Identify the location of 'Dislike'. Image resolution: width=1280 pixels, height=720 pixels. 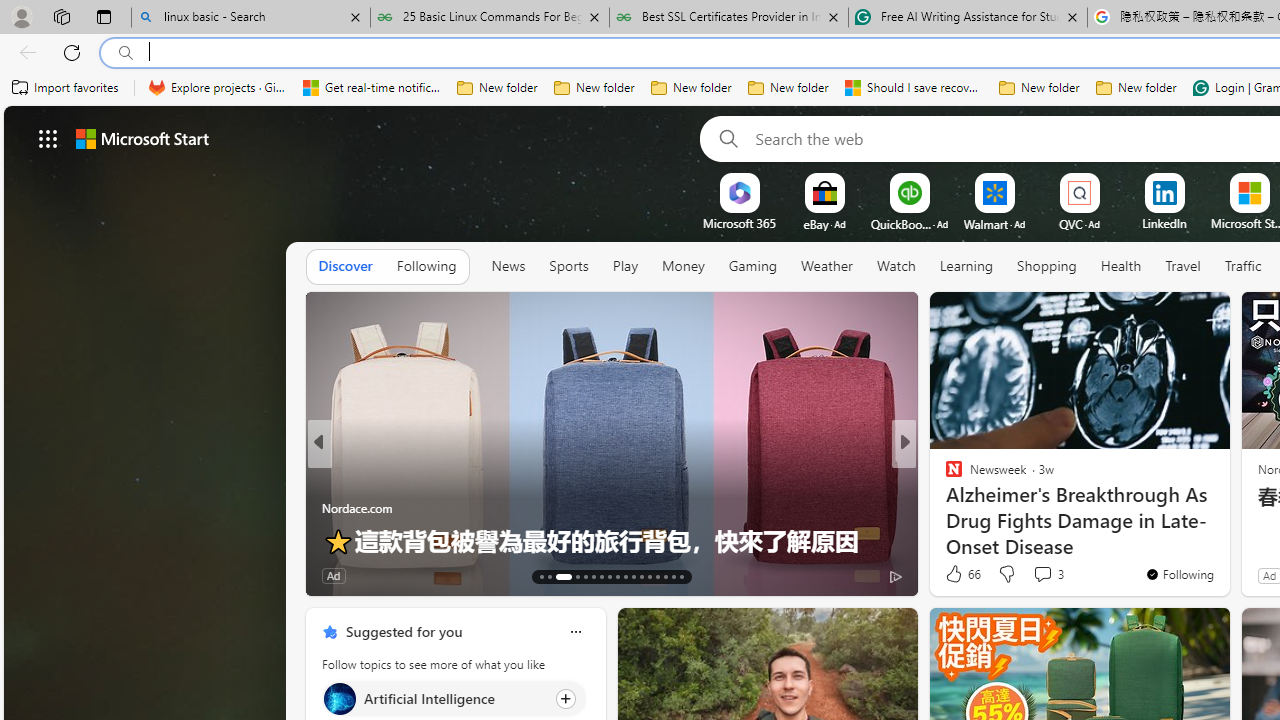
(1006, 574).